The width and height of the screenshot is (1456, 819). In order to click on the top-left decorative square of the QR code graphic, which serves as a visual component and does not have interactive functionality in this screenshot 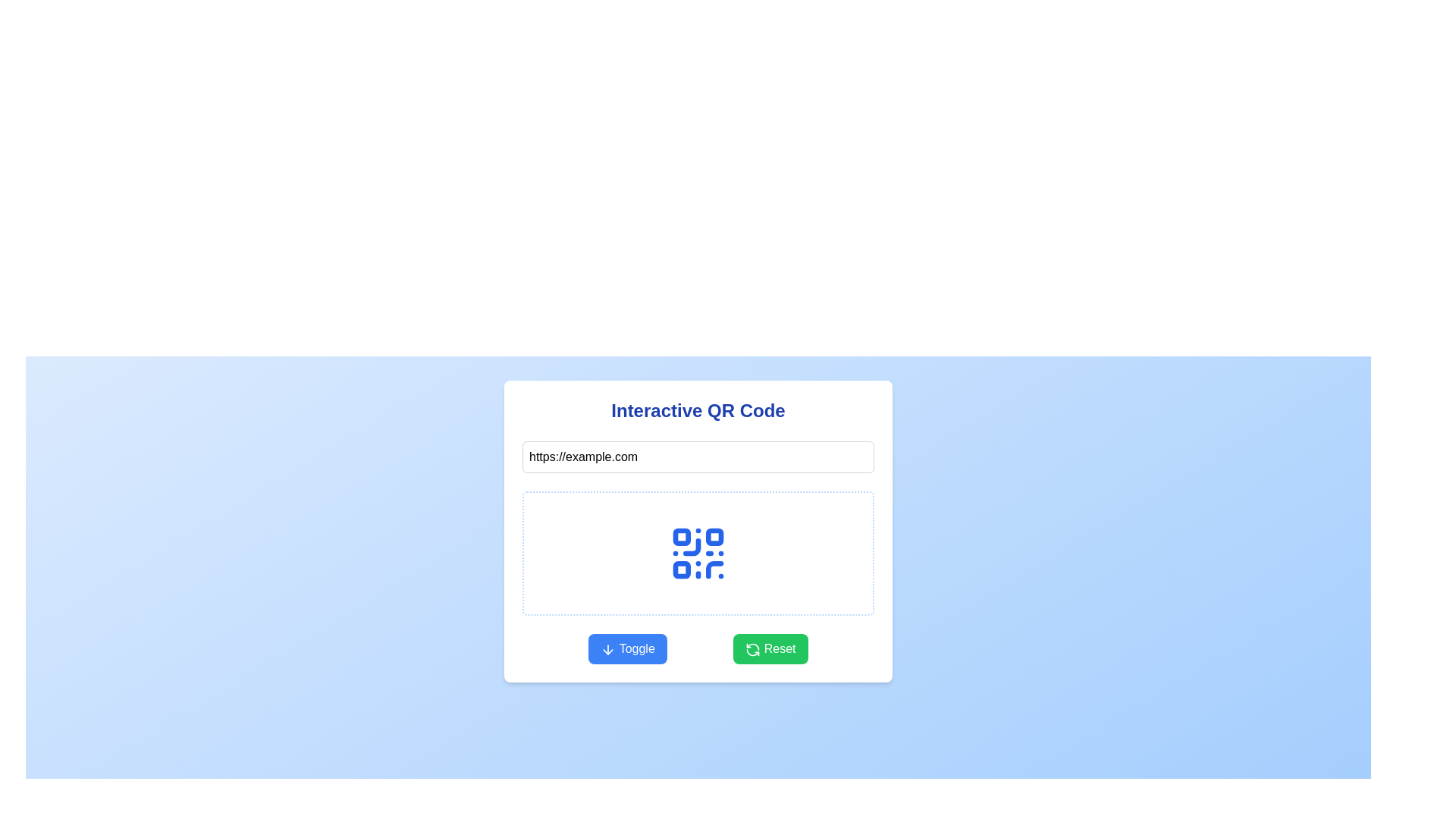, I will do `click(681, 536)`.